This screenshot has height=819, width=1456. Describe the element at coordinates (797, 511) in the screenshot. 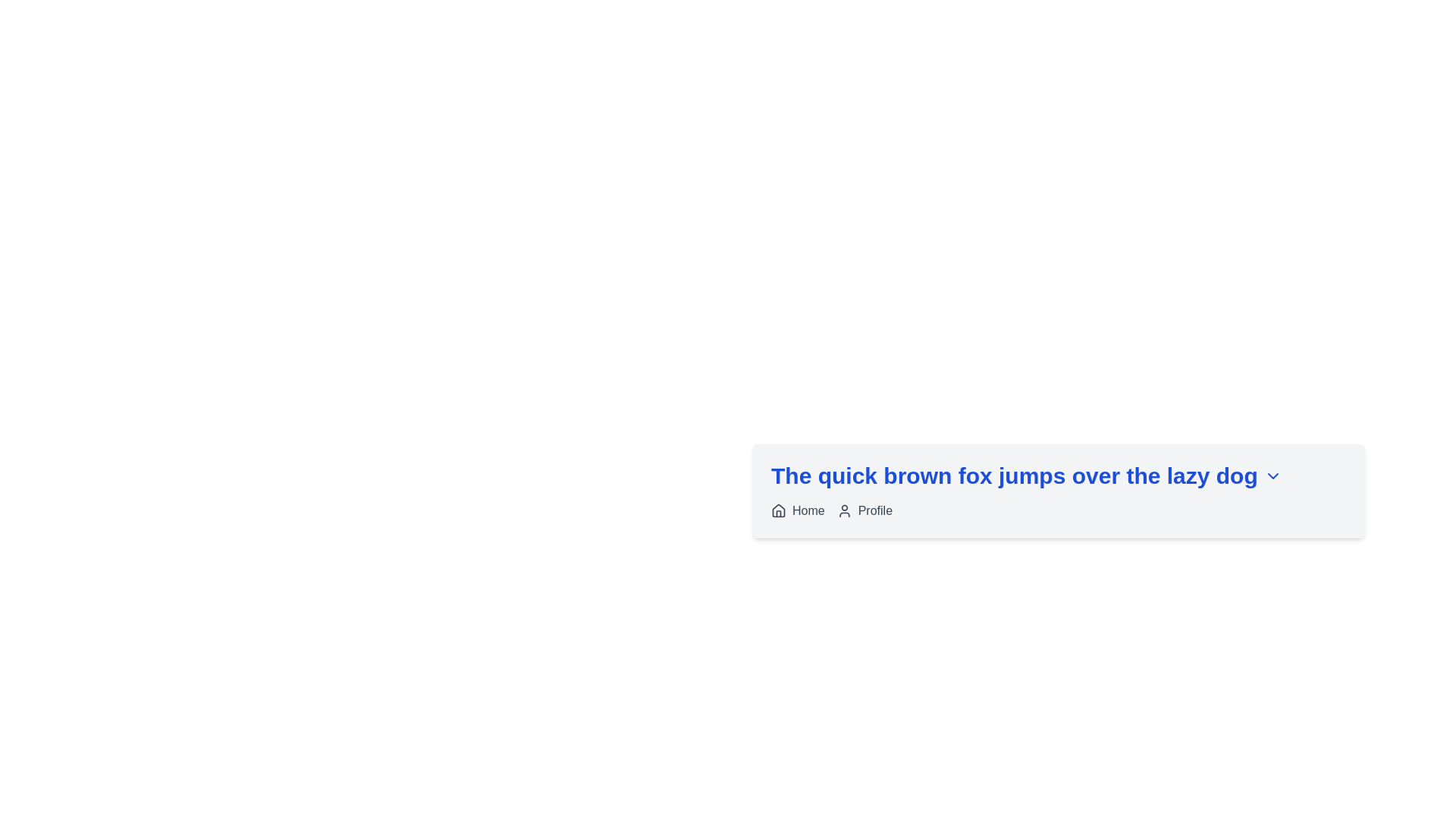

I see `the 'Home' navigation label located in the navigation bar, which is the first item among 'Home' and 'Profile'` at that location.